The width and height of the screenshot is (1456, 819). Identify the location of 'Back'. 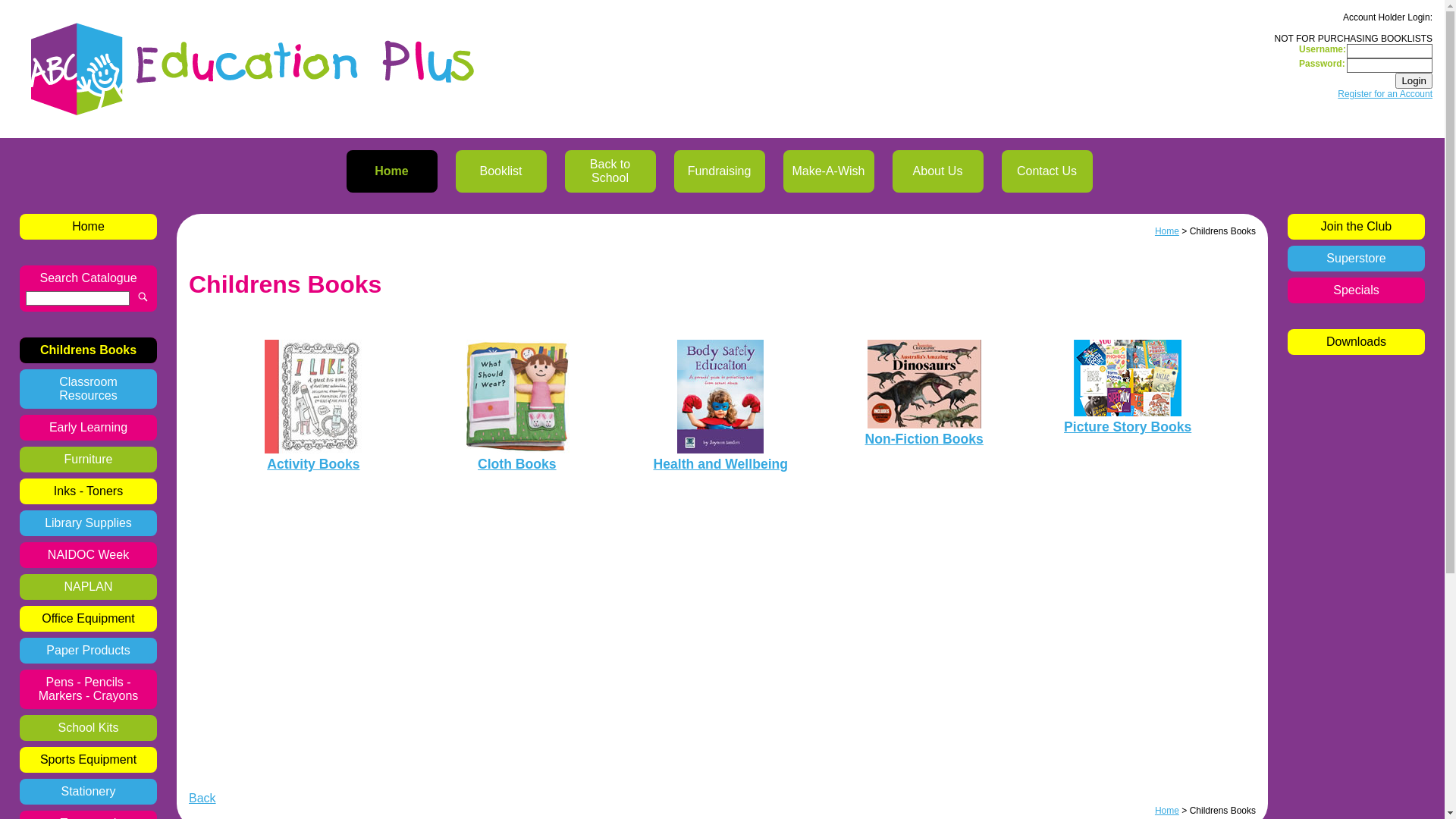
(188, 797).